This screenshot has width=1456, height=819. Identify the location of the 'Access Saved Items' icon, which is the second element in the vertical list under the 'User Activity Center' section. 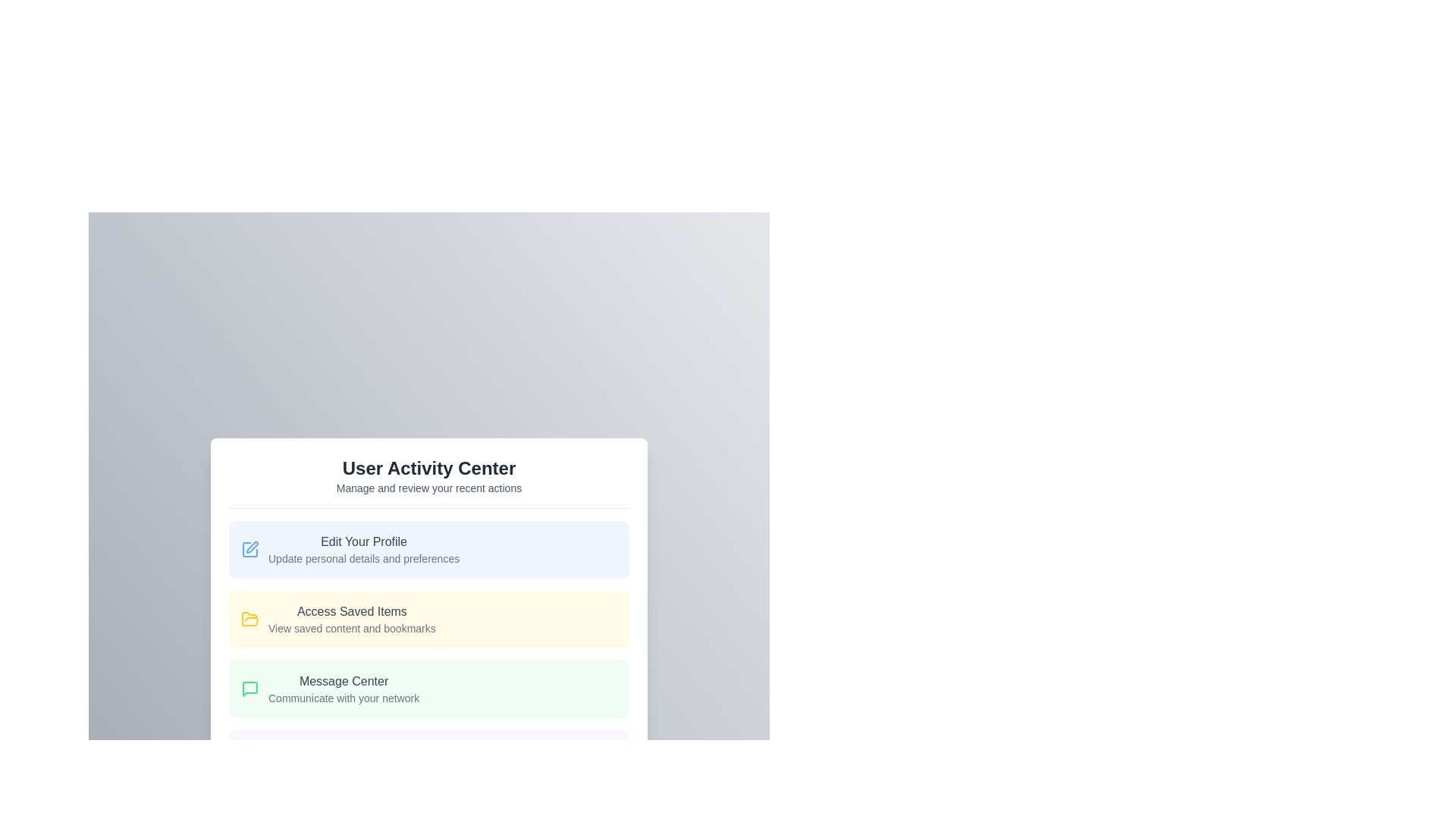
(250, 619).